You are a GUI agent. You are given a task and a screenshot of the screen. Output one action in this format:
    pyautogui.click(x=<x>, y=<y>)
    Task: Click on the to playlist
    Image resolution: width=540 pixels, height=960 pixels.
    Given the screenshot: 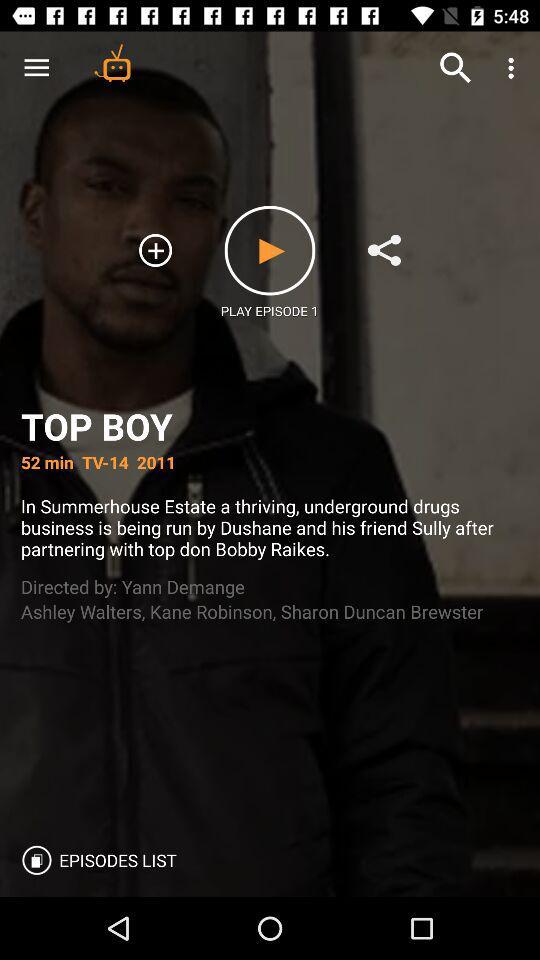 What is the action you would take?
    pyautogui.click(x=154, y=249)
    